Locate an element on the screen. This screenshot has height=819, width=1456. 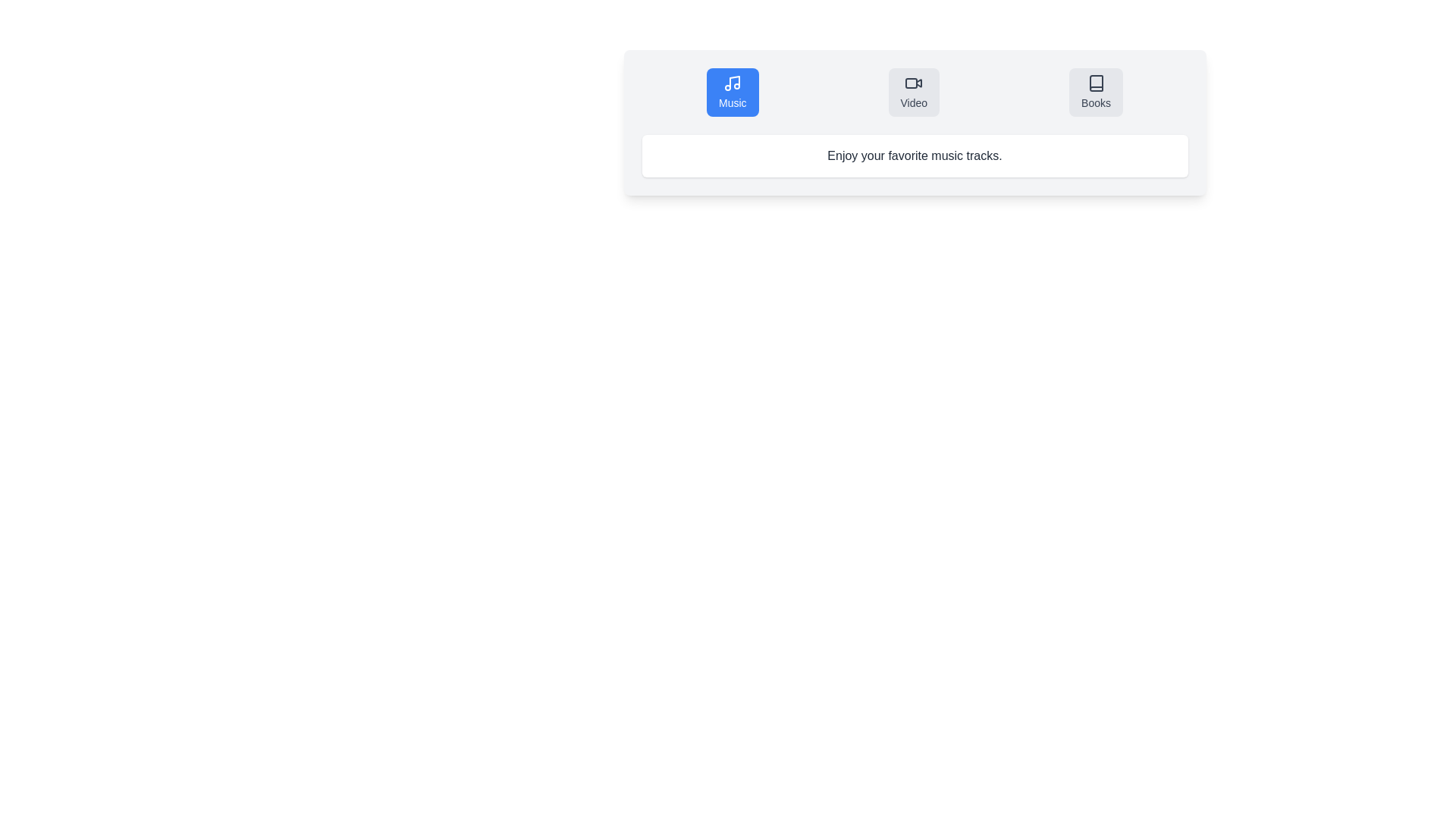
the second button in the horizontal layout that directs the user to video-related features, positioned between the 'Music' button and the 'Books' button is located at coordinates (913, 93).